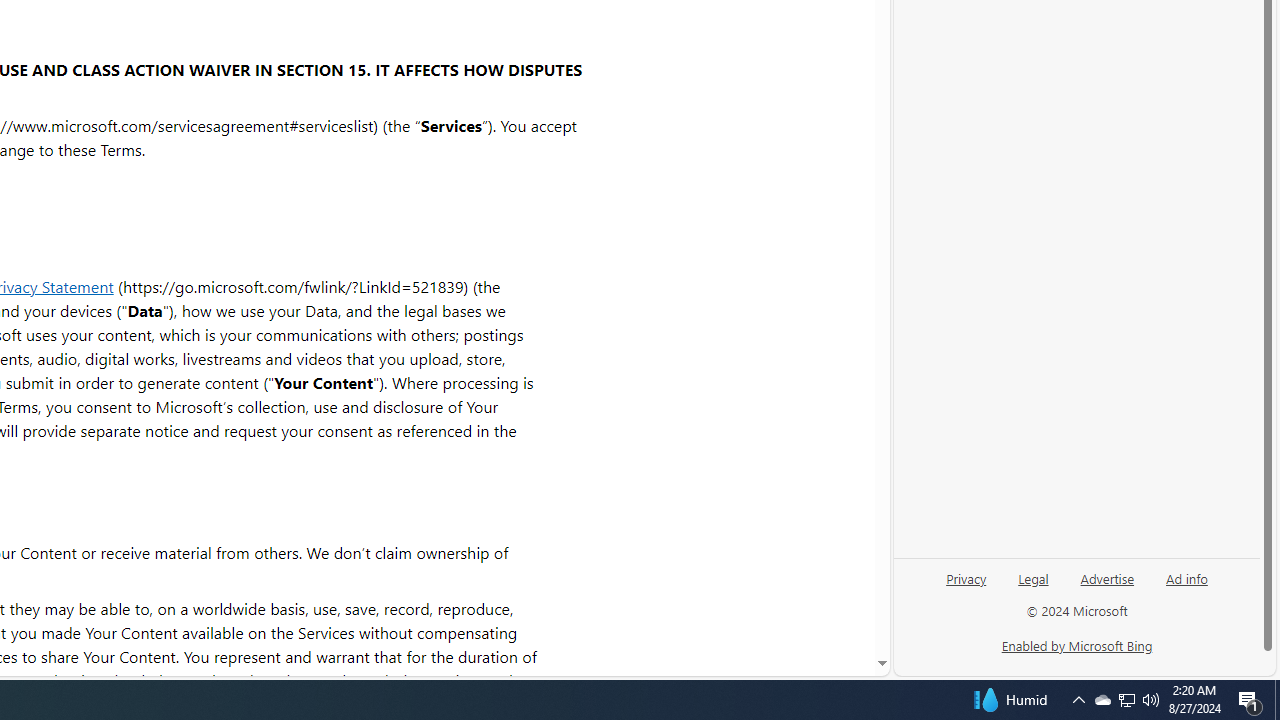 This screenshot has width=1280, height=720. I want to click on 'Ad info', so click(1187, 577).